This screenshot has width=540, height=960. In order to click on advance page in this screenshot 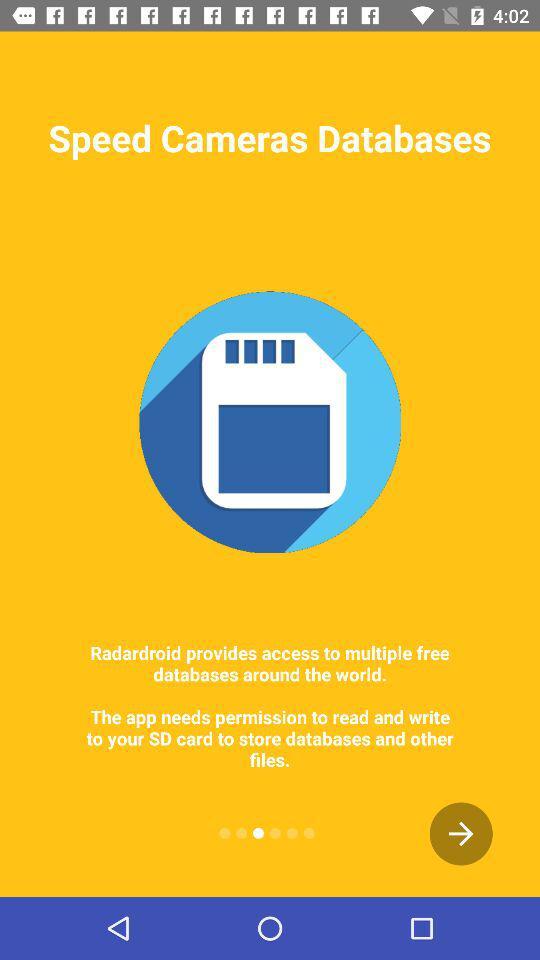, I will do `click(461, 833)`.